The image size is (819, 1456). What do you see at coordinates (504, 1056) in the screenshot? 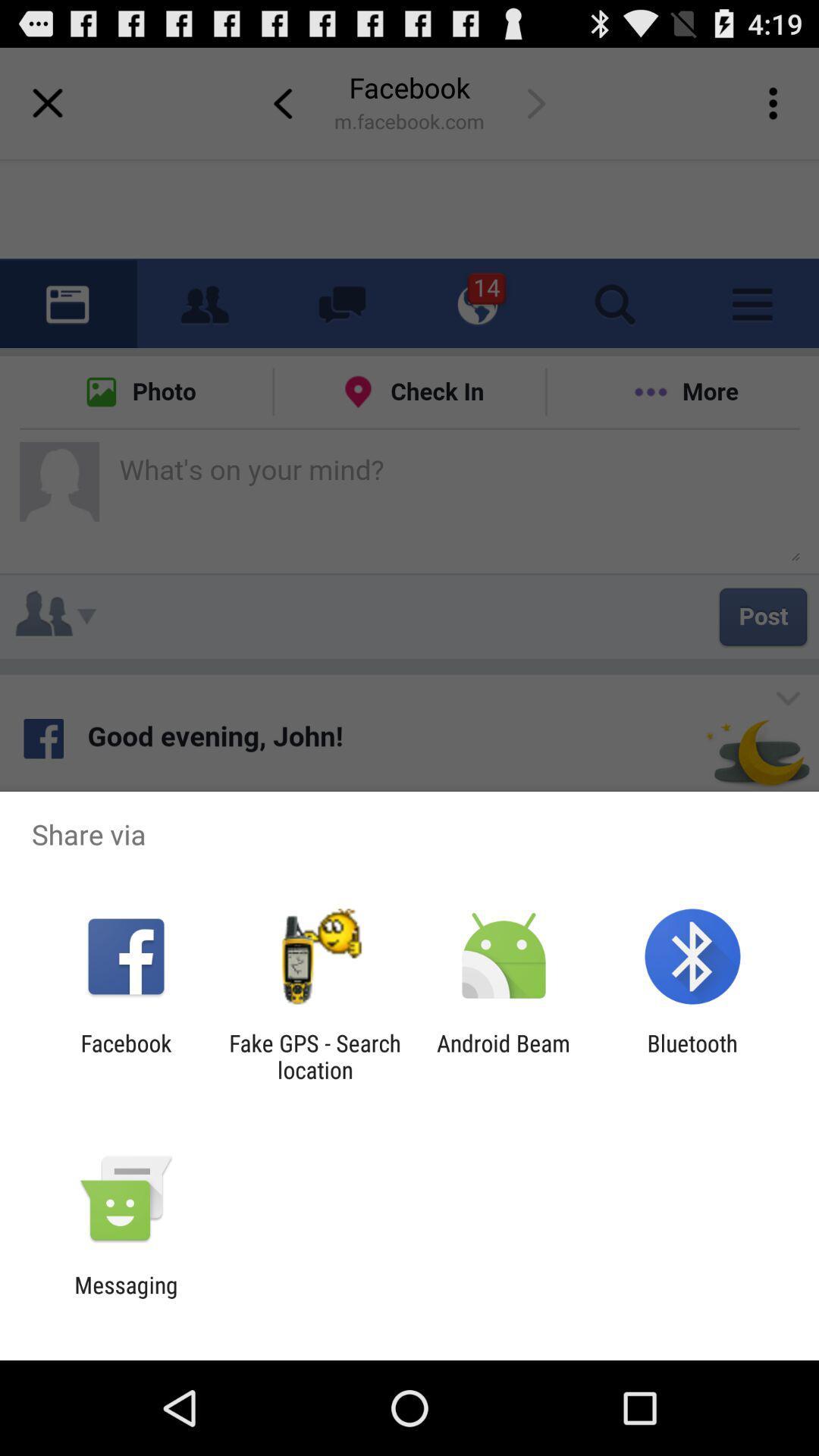
I see `the icon next to bluetooth` at bounding box center [504, 1056].